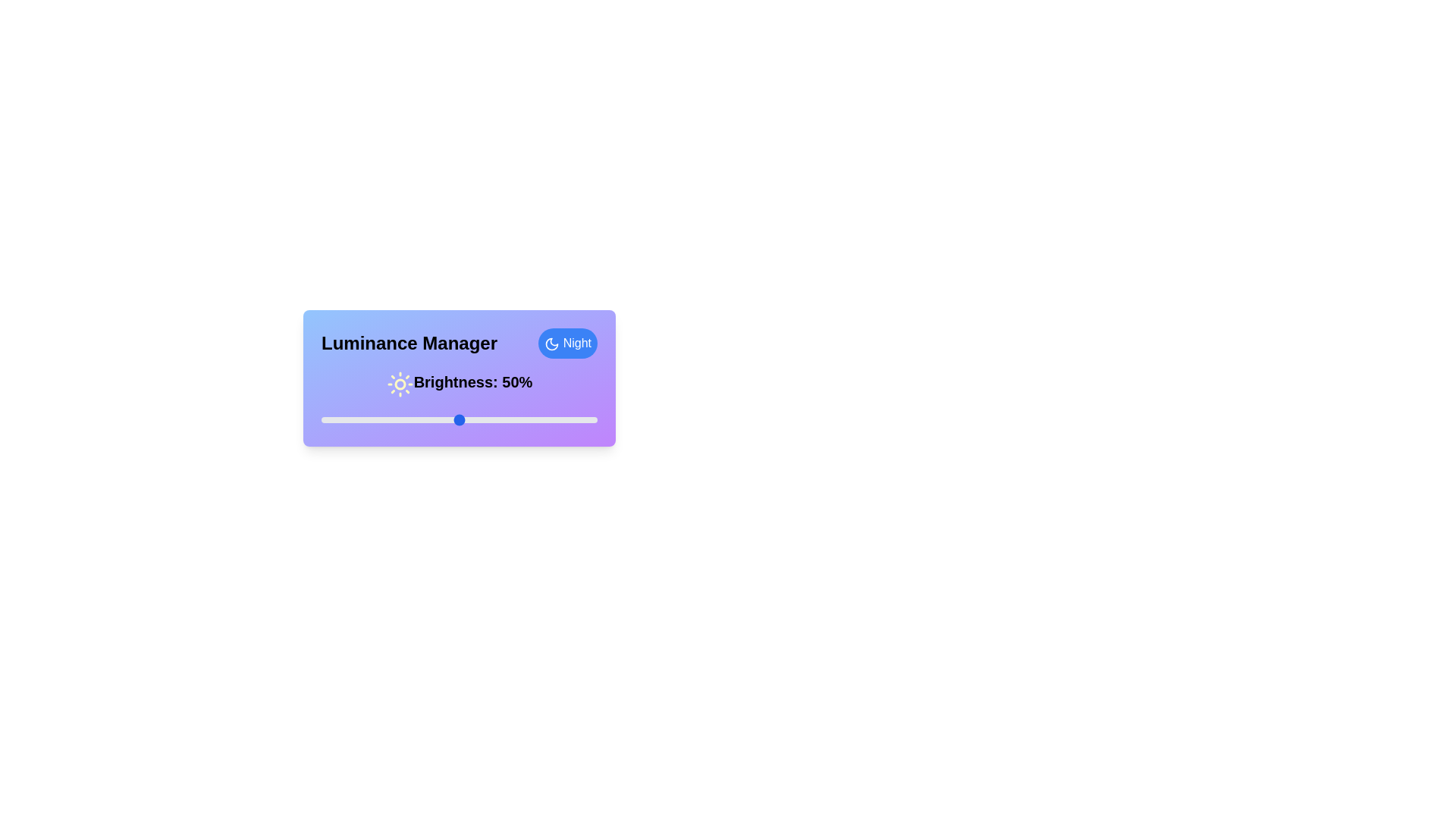  I want to click on the 'Night' button to toggle the night mode, so click(566, 343).